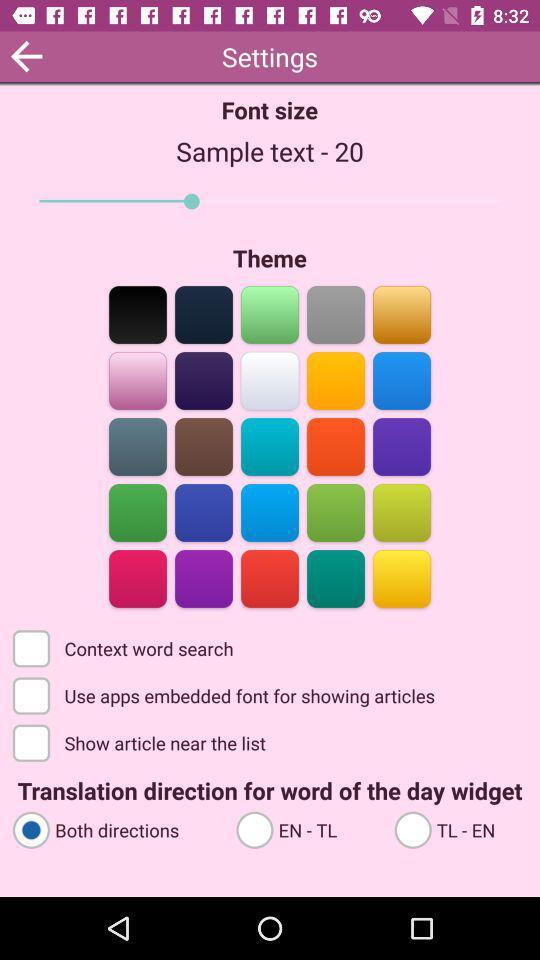 This screenshot has height=960, width=540. I want to click on change theme to orange, so click(335, 378).